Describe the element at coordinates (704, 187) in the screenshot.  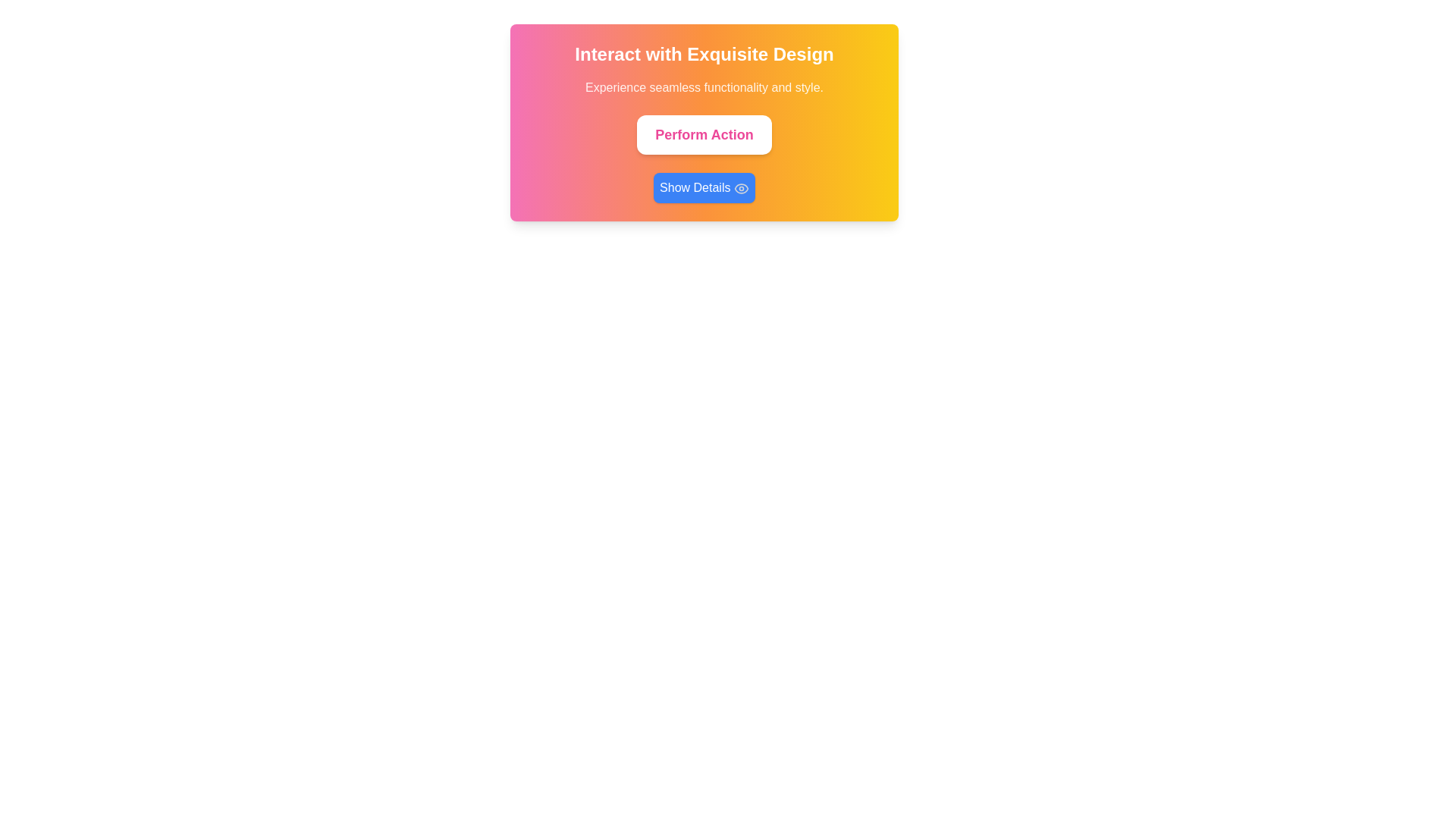
I see `the button located below the 'Perform Action' button` at that location.